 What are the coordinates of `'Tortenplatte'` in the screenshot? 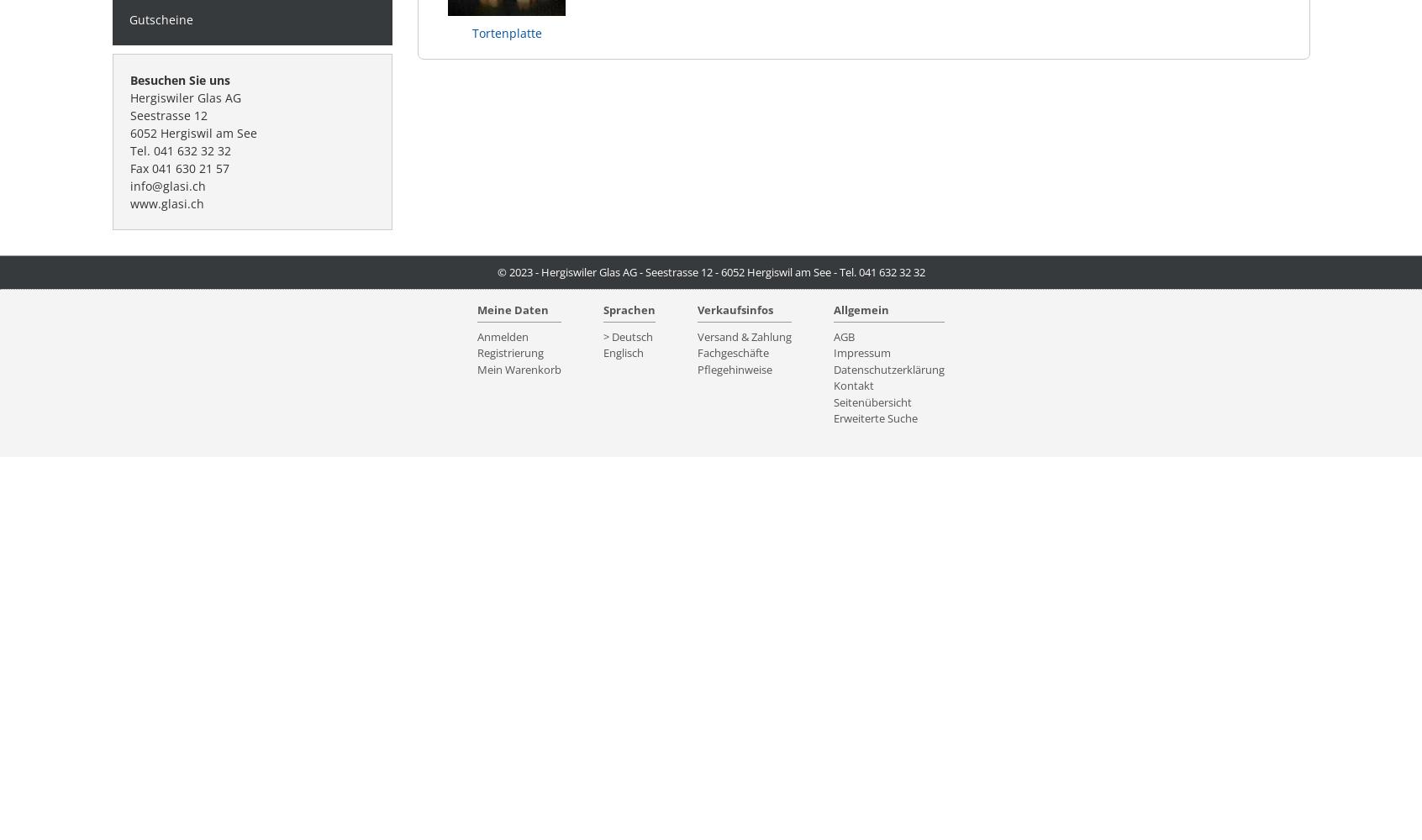 It's located at (505, 32).